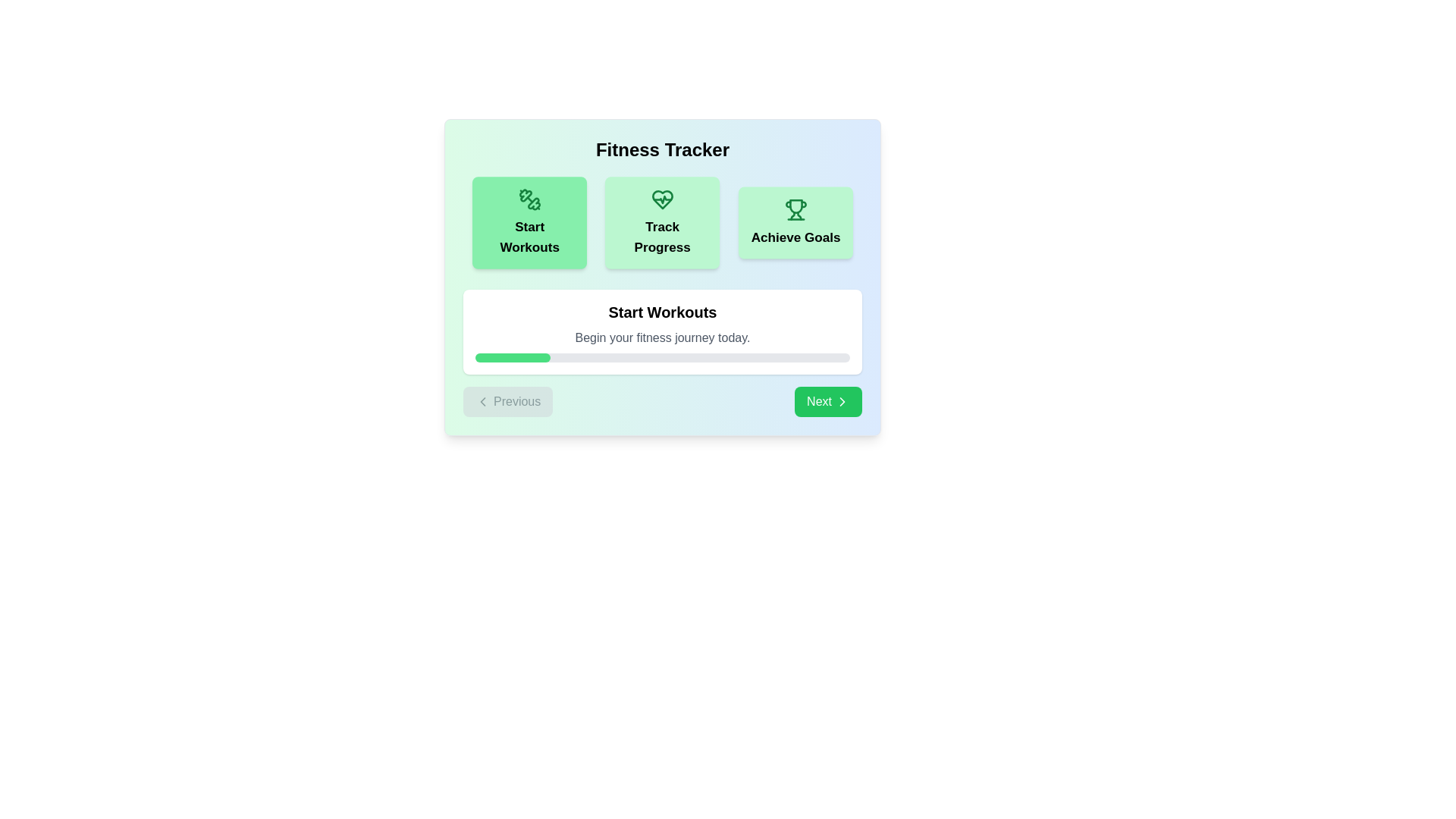 This screenshot has width=1456, height=819. What do you see at coordinates (482, 400) in the screenshot?
I see `the left-facing chevron icon adjacent to the 'Previous' button in the bottom-left corner of the interface` at bounding box center [482, 400].